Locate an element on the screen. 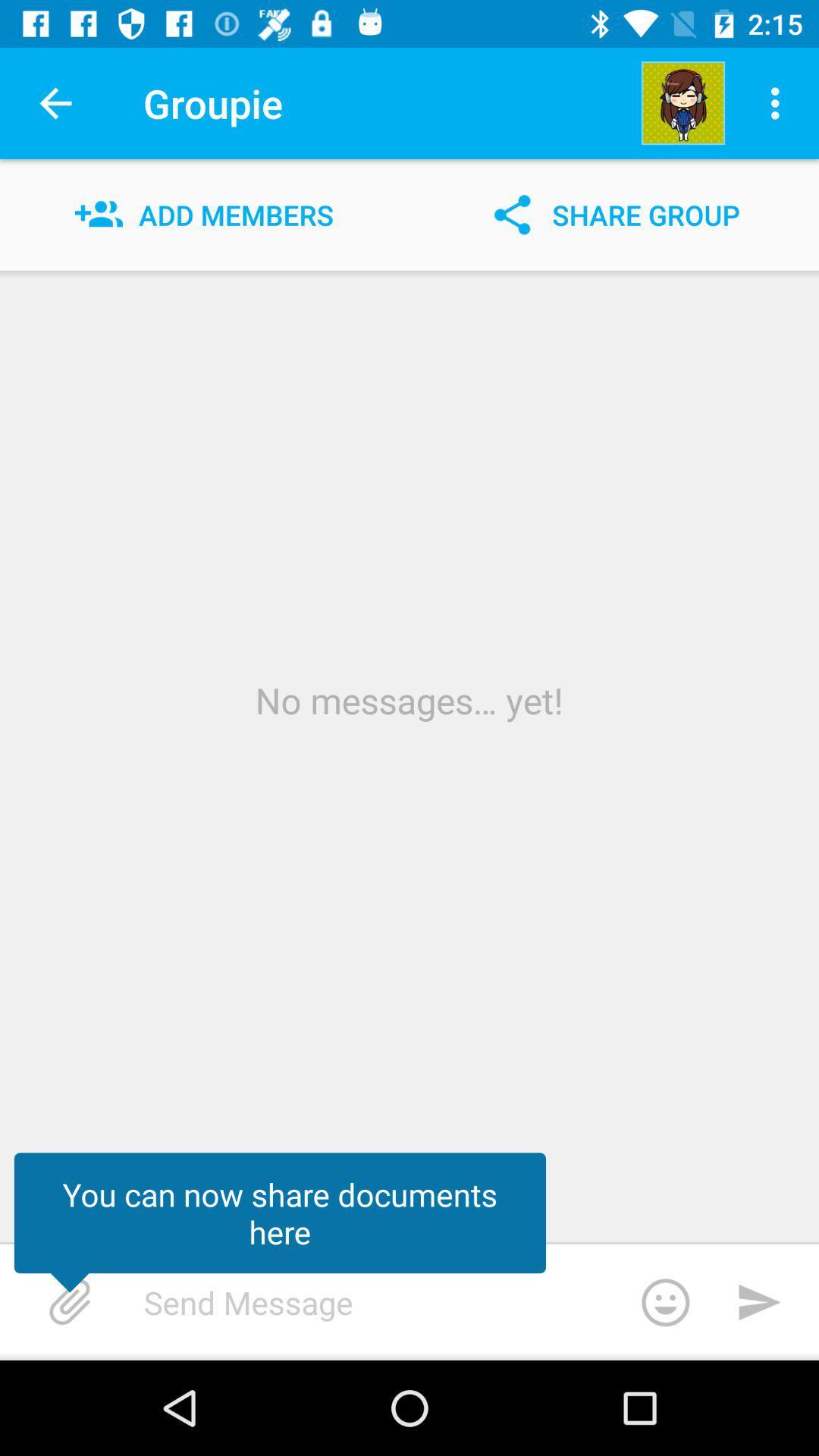 Image resolution: width=819 pixels, height=1456 pixels. the send icon is located at coordinates (761, 1301).